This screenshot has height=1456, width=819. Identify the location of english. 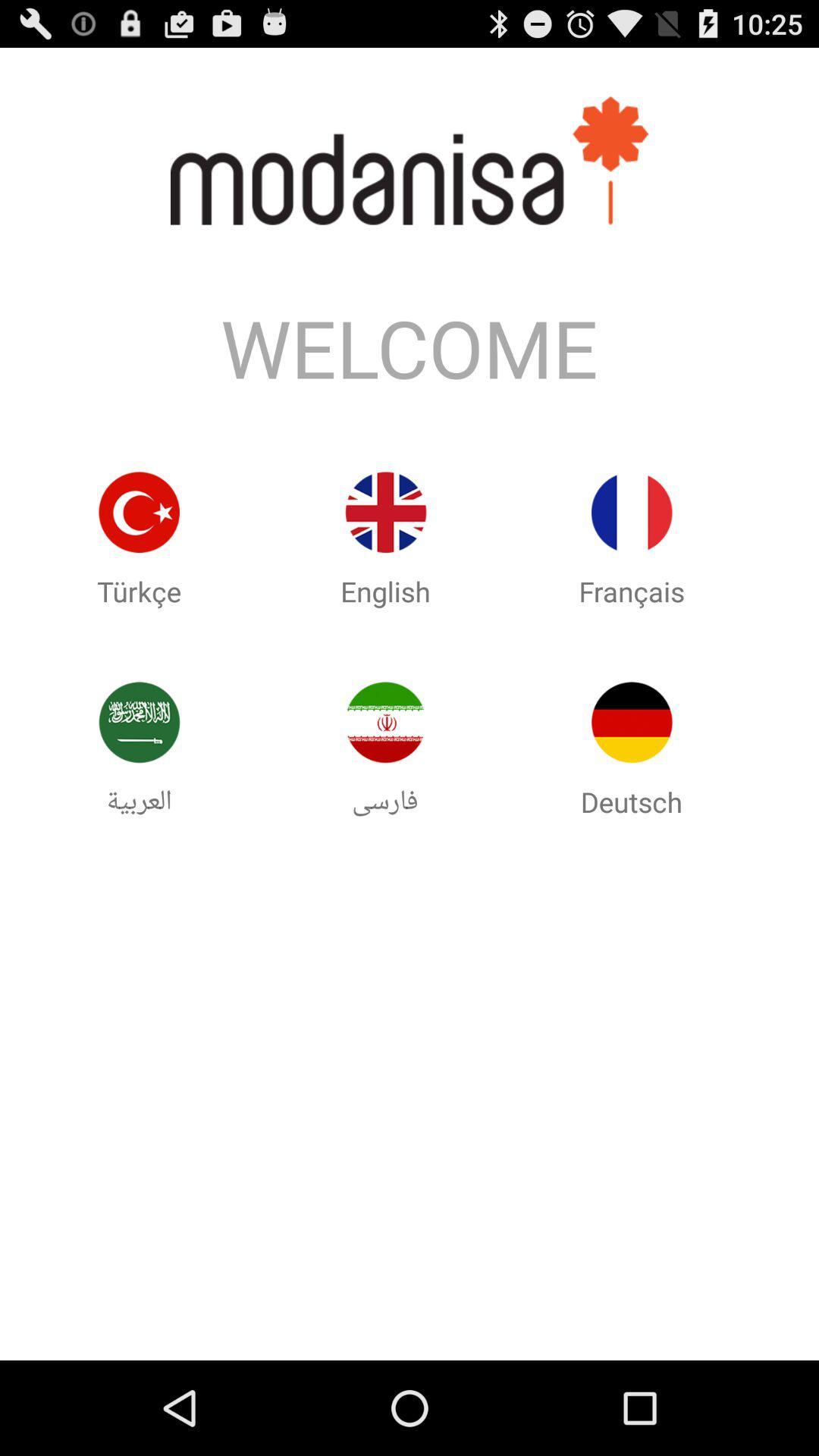
(384, 512).